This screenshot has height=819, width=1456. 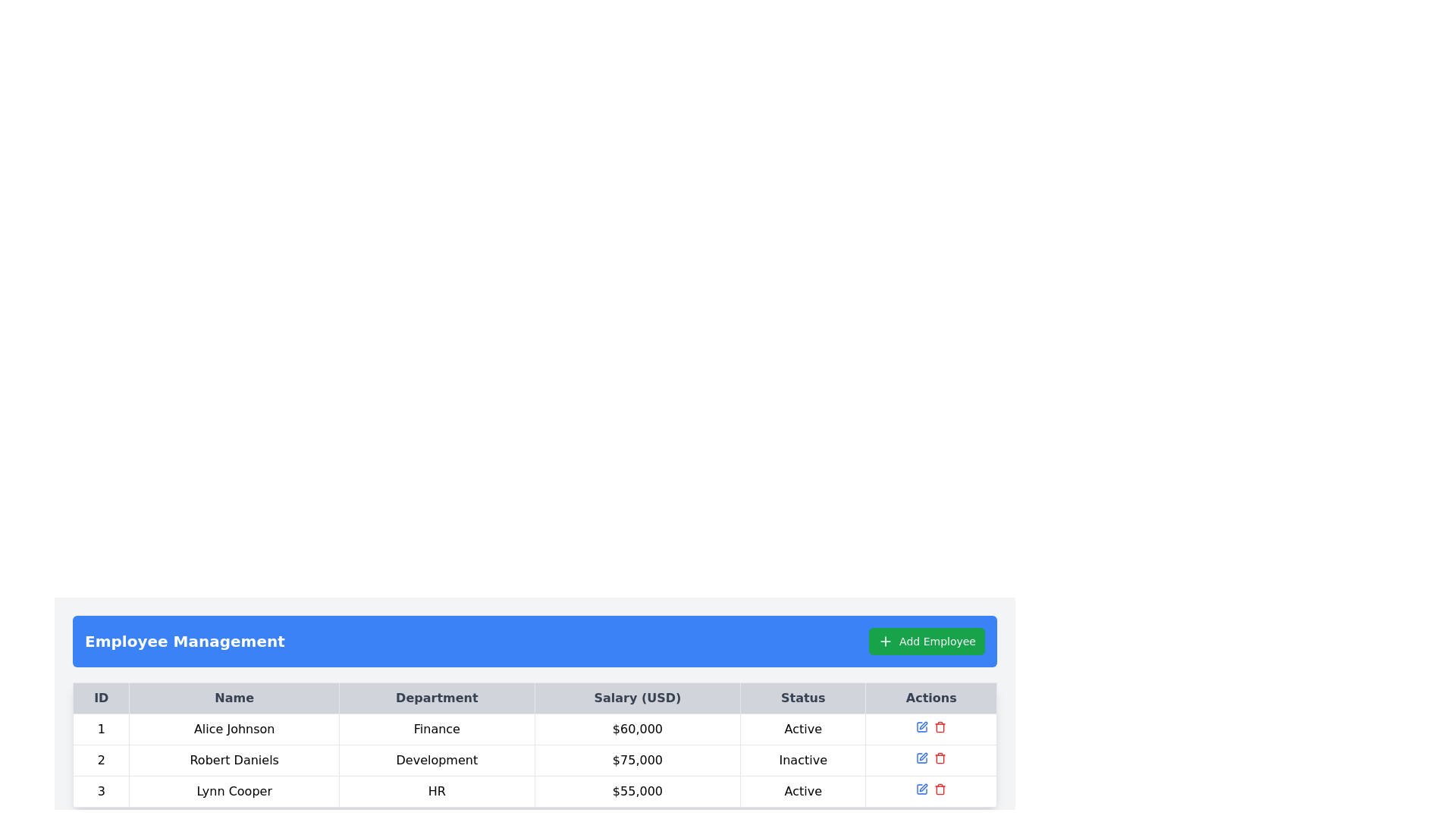 What do you see at coordinates (802, 791) in the screenshot?
I see `the text box displaying 'Active' in the 'Status' column of the third row in the table layout` at bounding box center [802, 791].